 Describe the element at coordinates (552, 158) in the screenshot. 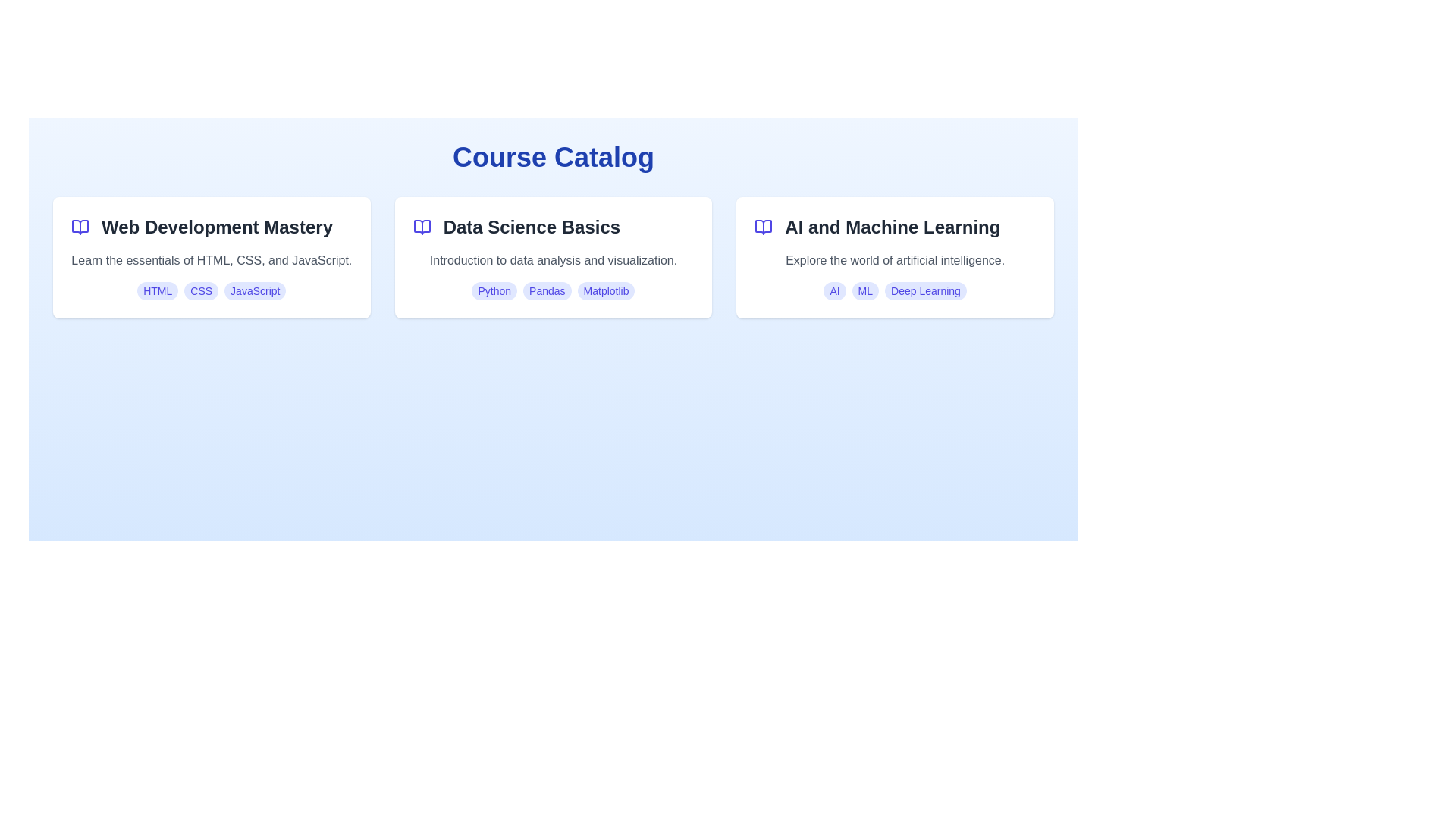

I see `the Static Text element that serves as a title for the course catalog, positioned at the top center of the webpage` at that location.